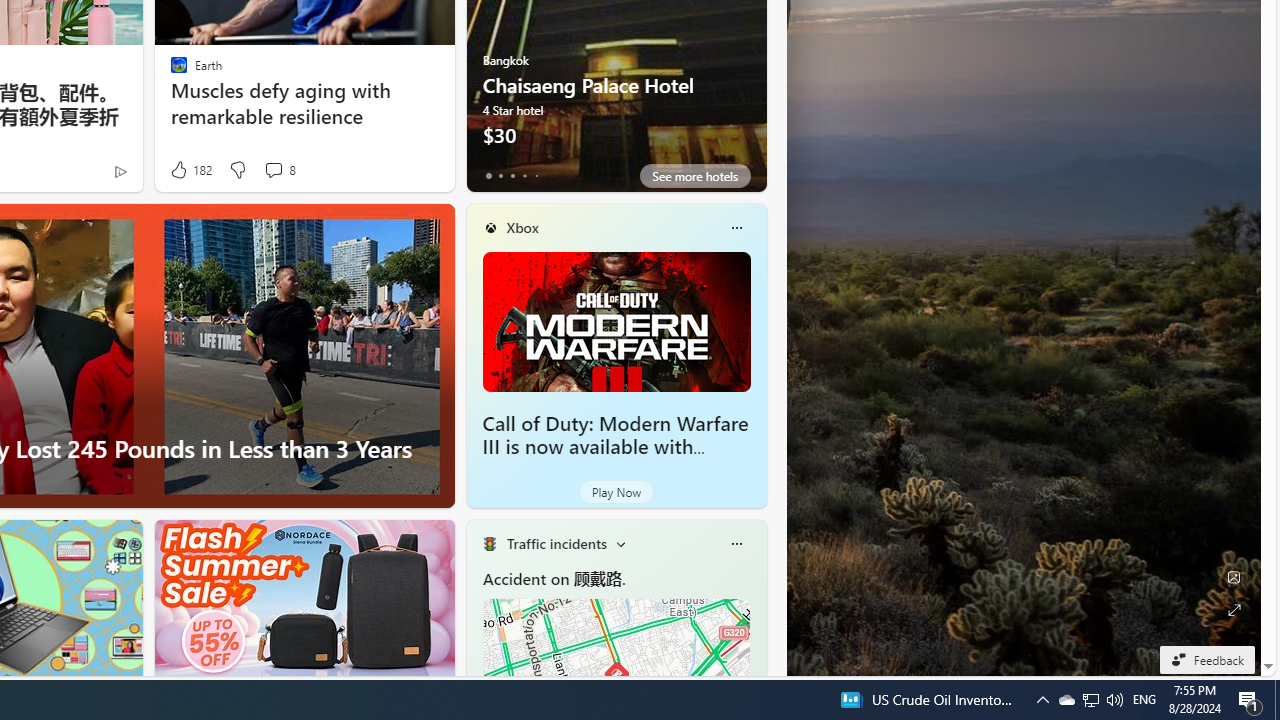 This screenshot has height=720, width=1280. I want to click on 'tab-1', so click(500, 175).